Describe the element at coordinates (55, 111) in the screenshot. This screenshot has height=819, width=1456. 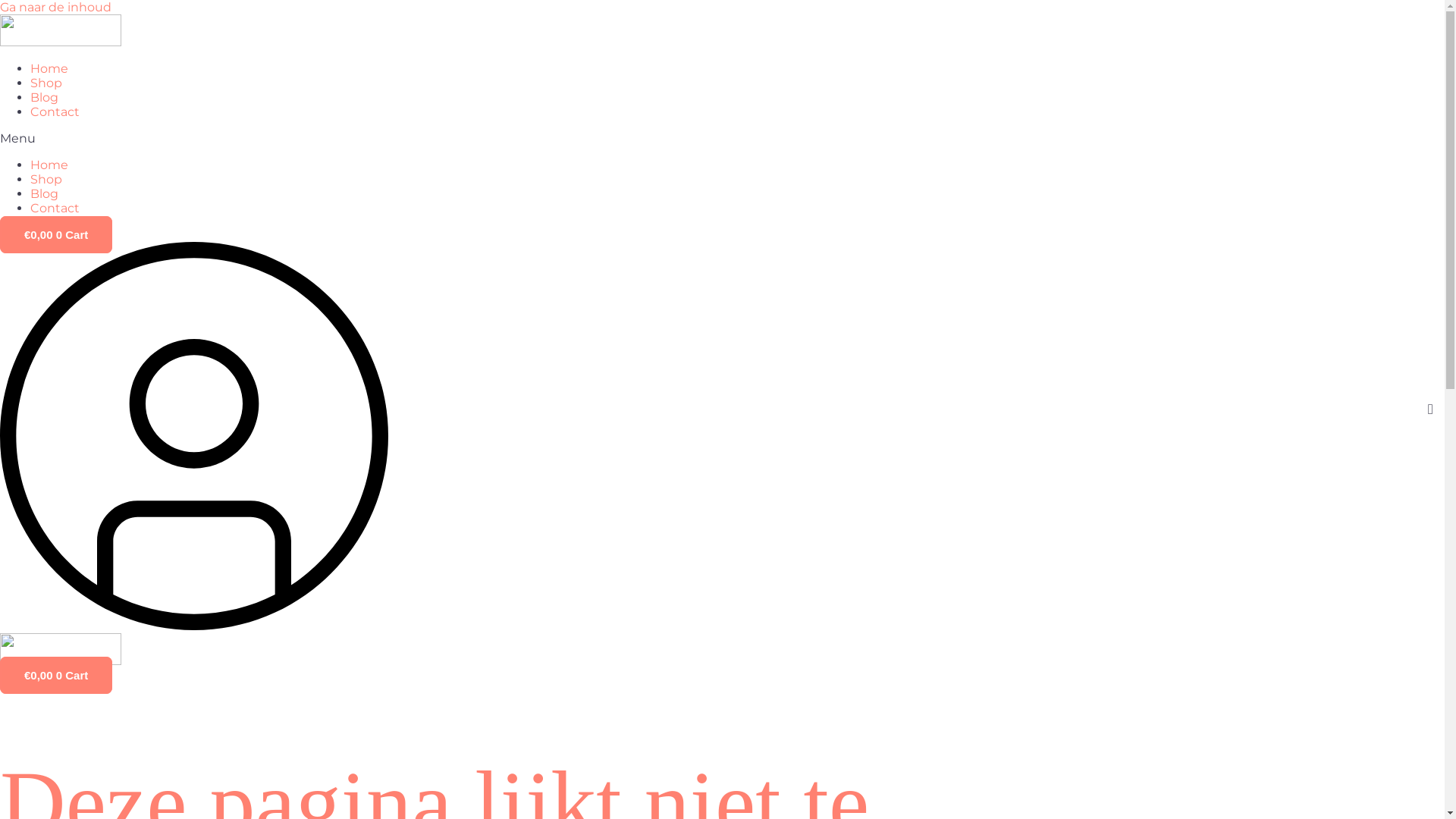
I see `'Contact'` at that location.